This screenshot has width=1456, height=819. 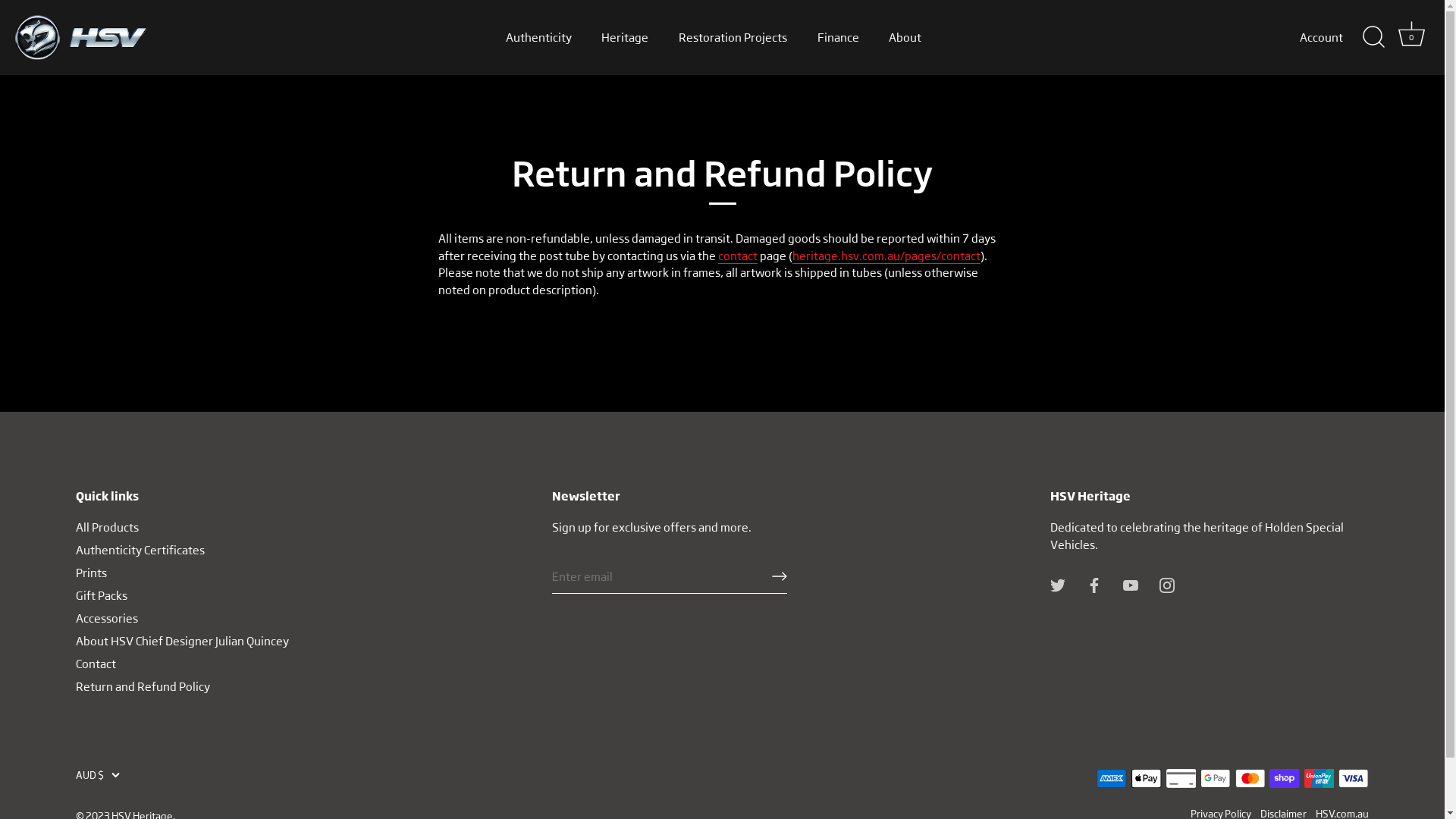 What do you see at coordinates (105, 617) in the screenshot?
I see `'Accessories'` at bounding box center [105, 617].